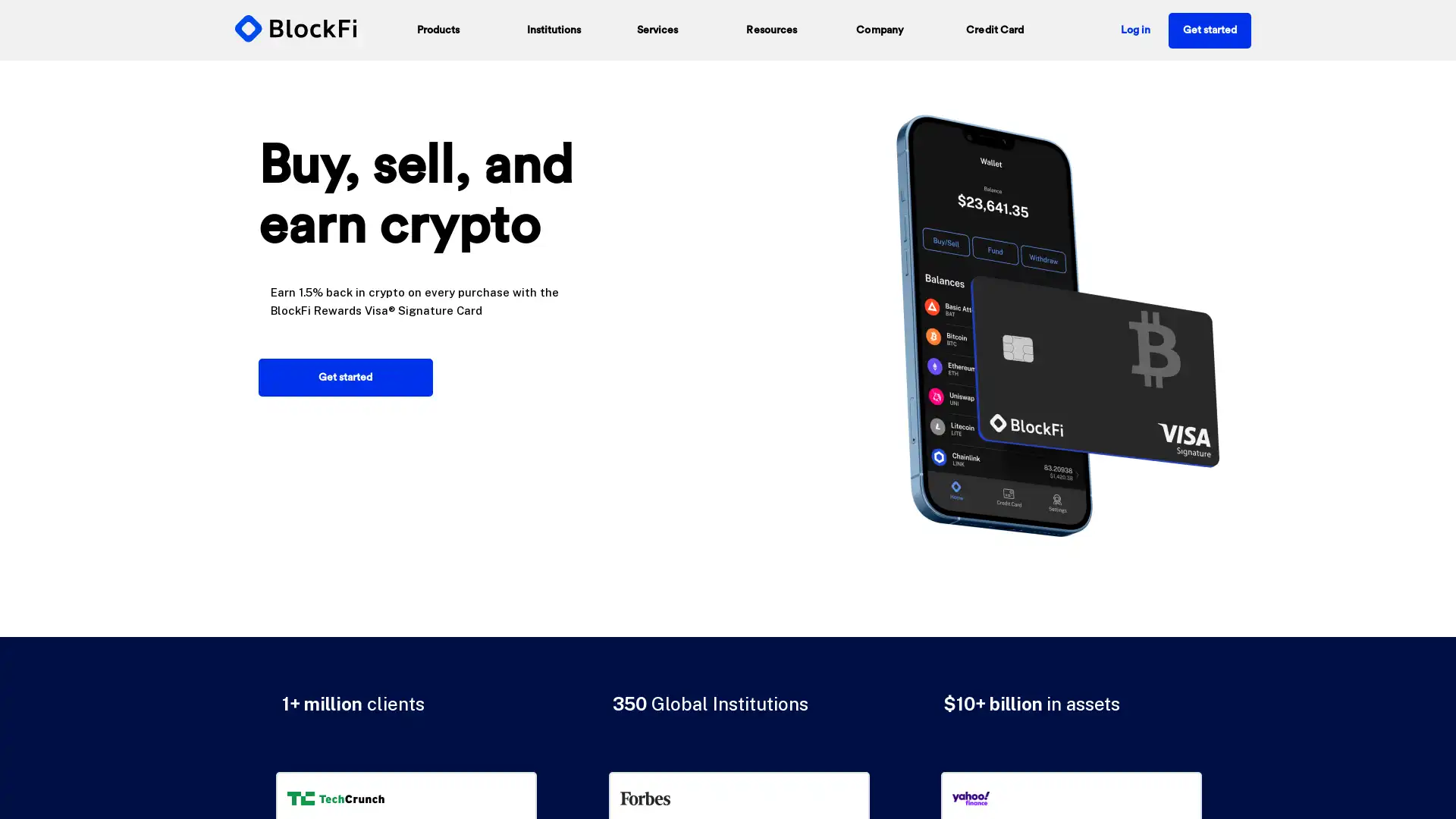  Describe the element at coordinates (1033, 733) in the screenshot. I see `I Understand` at that location.